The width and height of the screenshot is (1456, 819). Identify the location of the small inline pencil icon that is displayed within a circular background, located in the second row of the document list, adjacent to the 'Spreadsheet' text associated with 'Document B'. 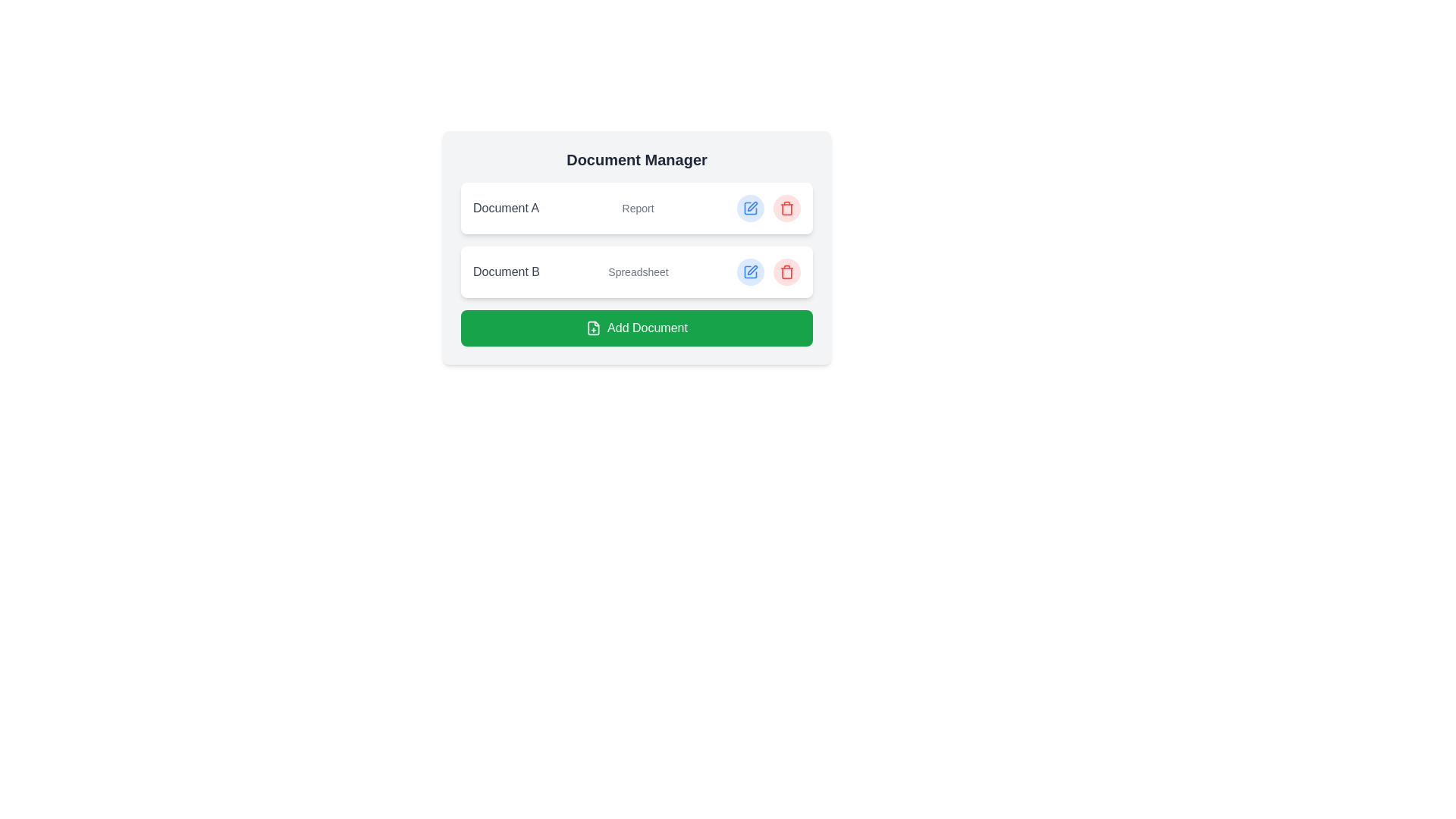
(752, 206).